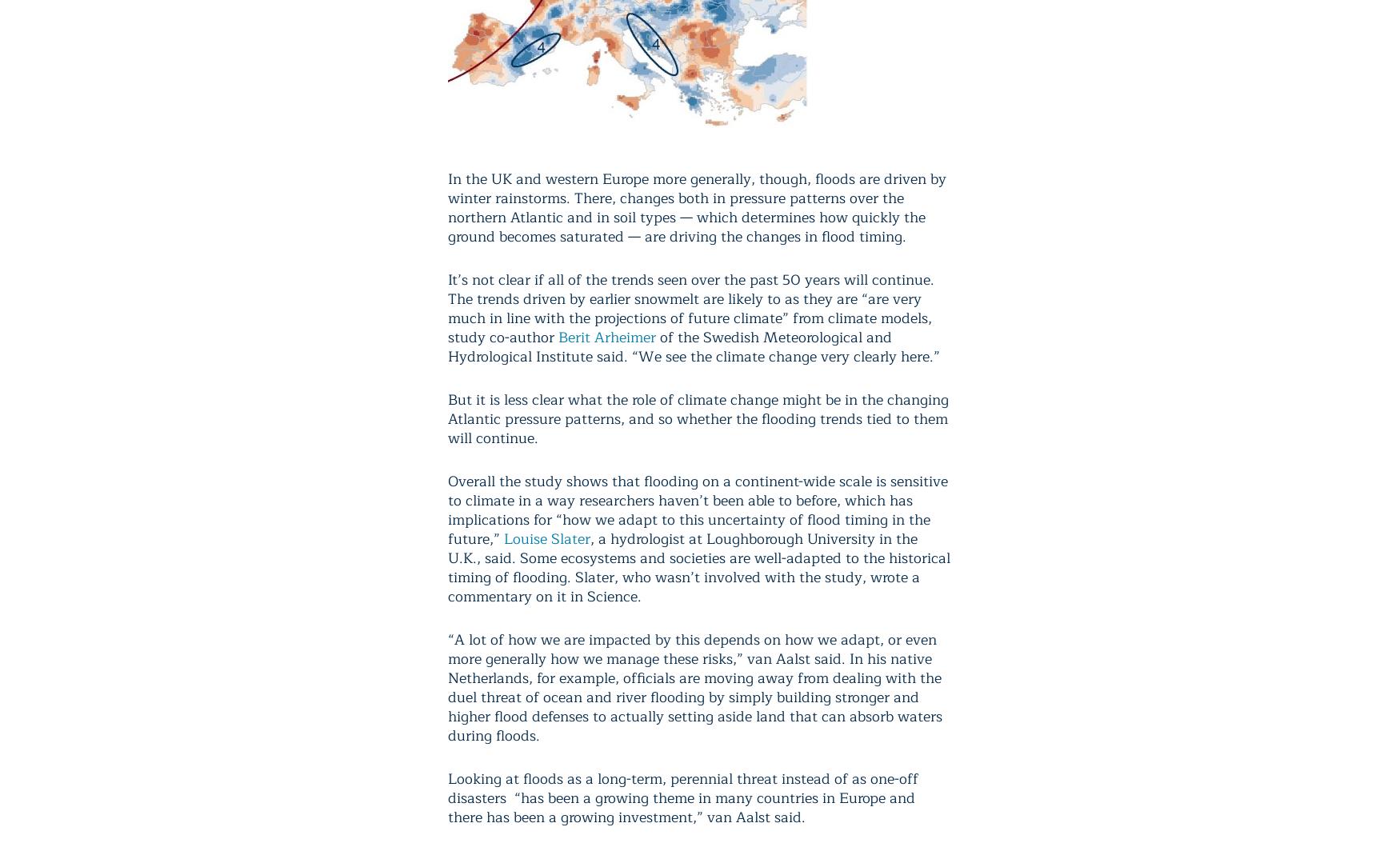 This screenshot has width=1400, height=855. I want to click on 'Berit Arheimer', so click(606, 336).